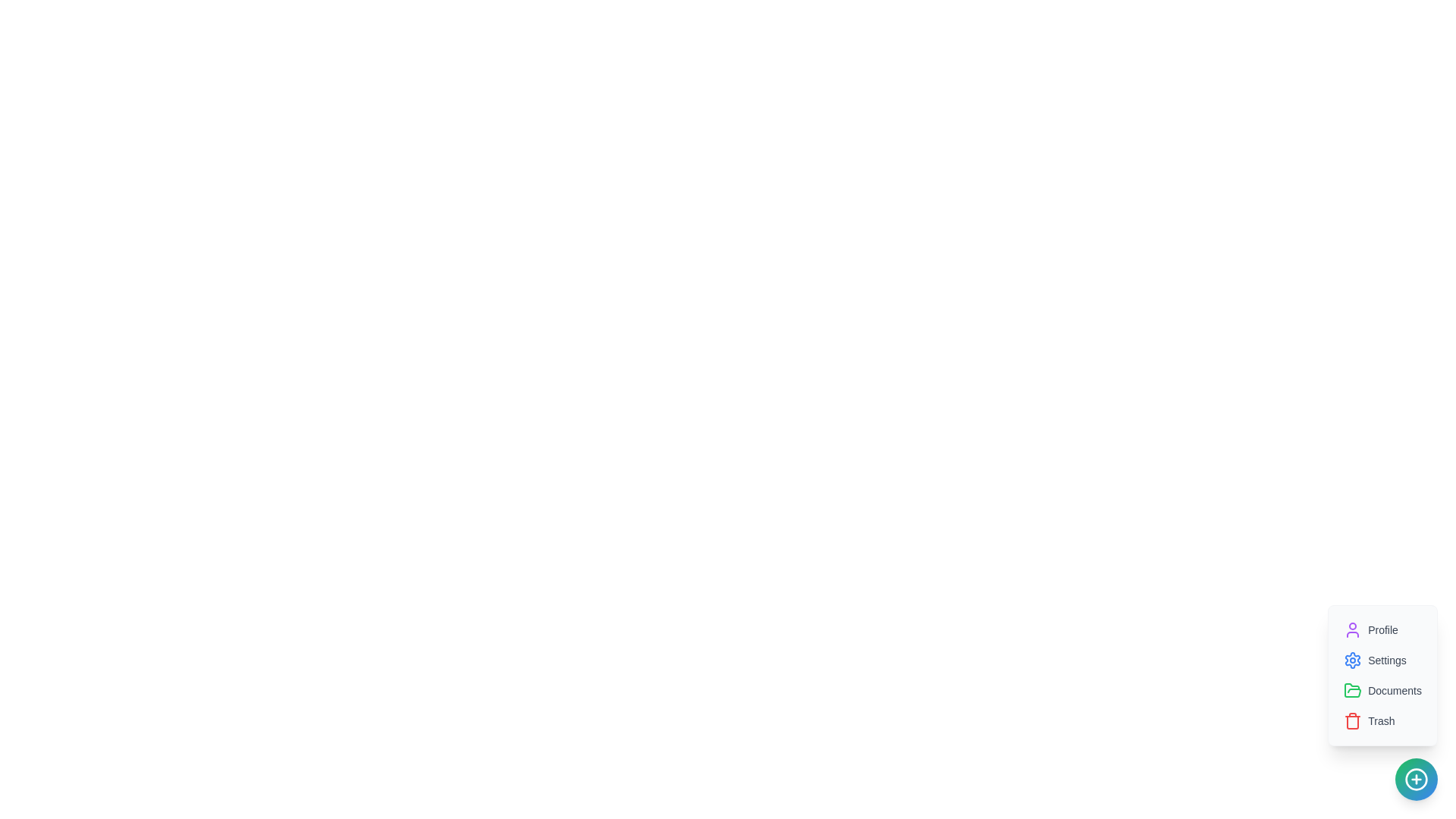 The height and width of the screenshot is (819, 1456). What do you see at coordinates (1375, 660) in the screenshot?
I see `the 'Settings' button in the menu` at bounding box center [1375, 660].